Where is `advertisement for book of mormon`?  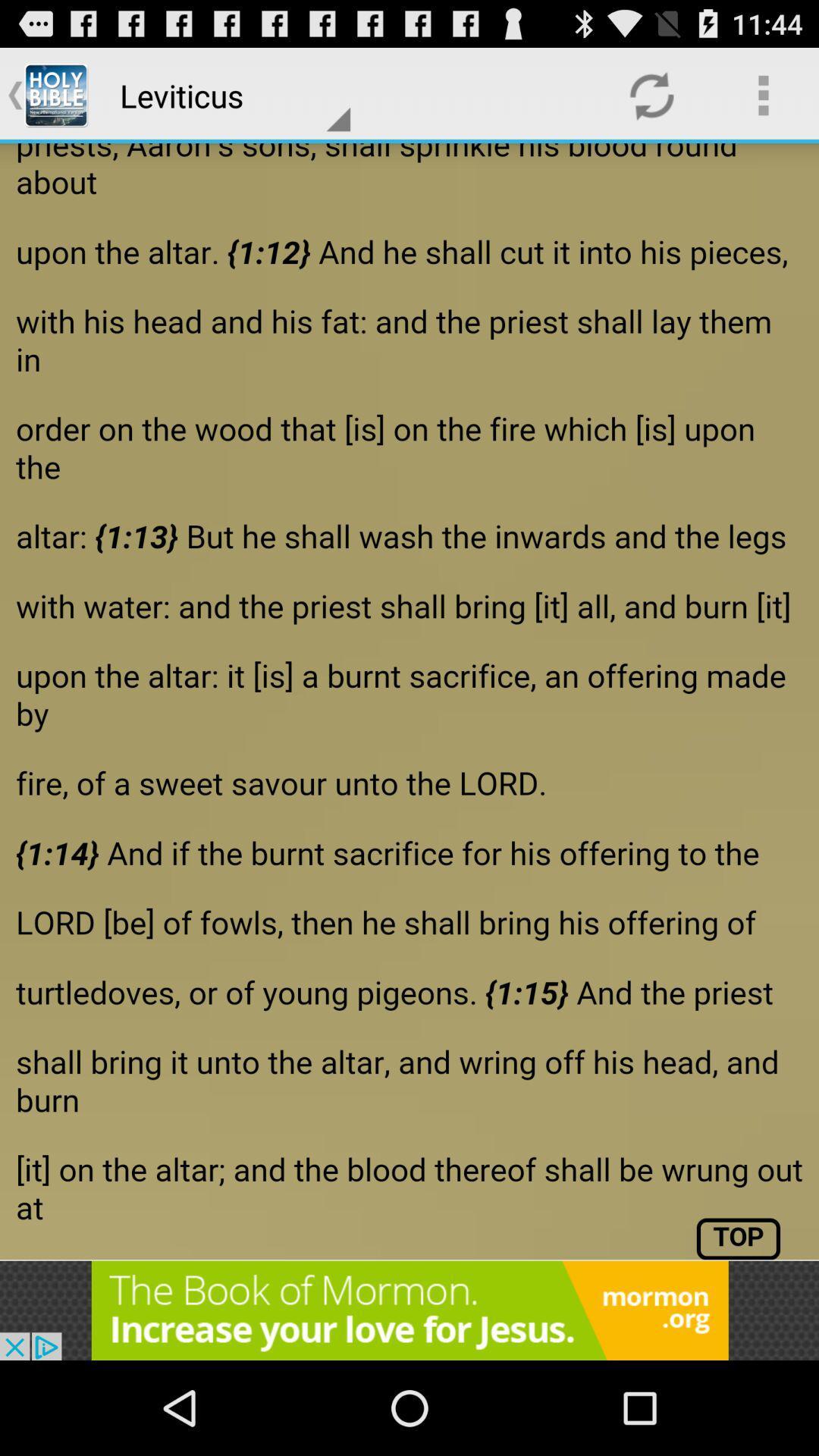 advertisement for book of mormon is located at coordinates (409, 1310).